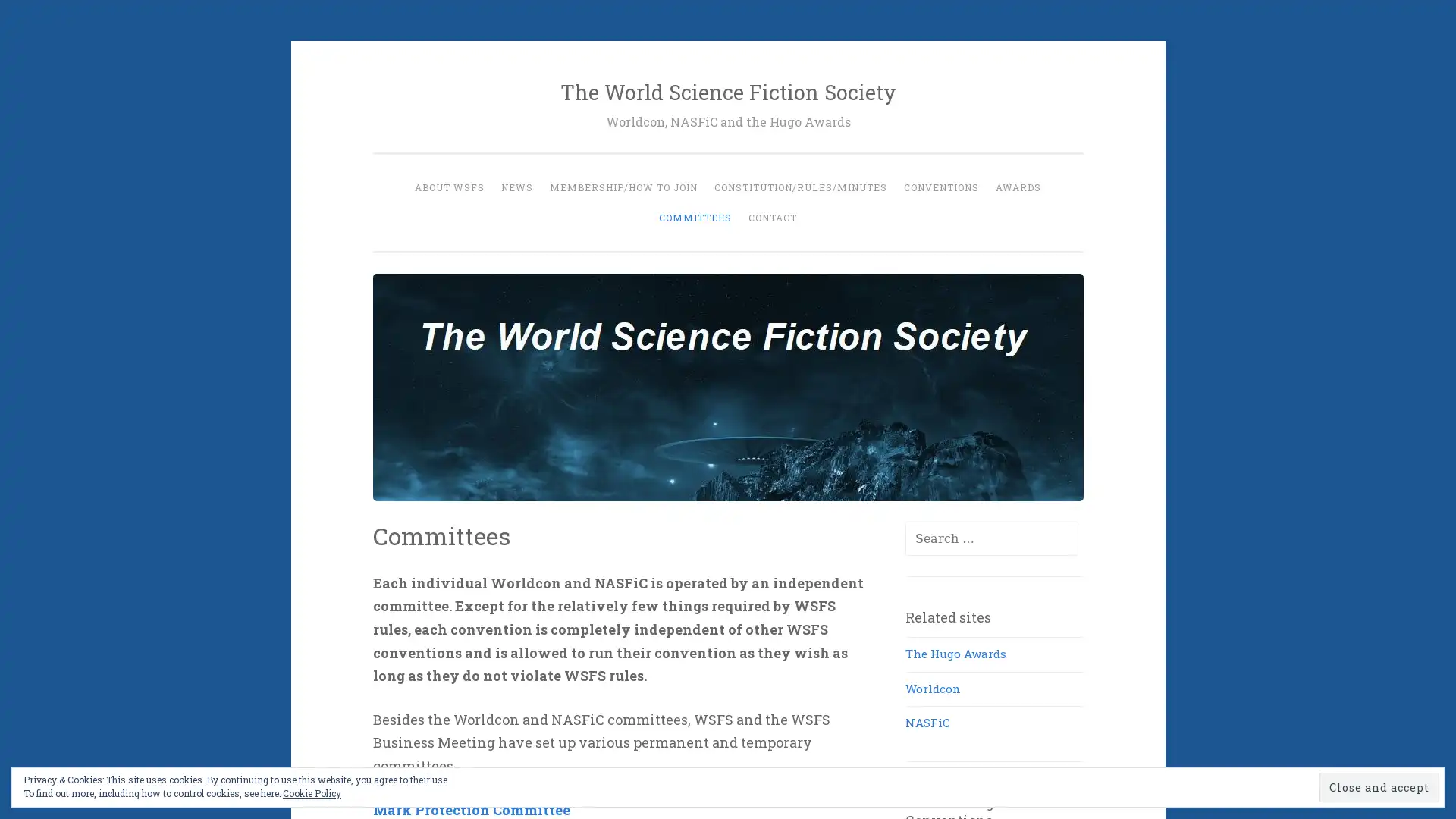  I want to click on Close and accept, so click(1379, 786).